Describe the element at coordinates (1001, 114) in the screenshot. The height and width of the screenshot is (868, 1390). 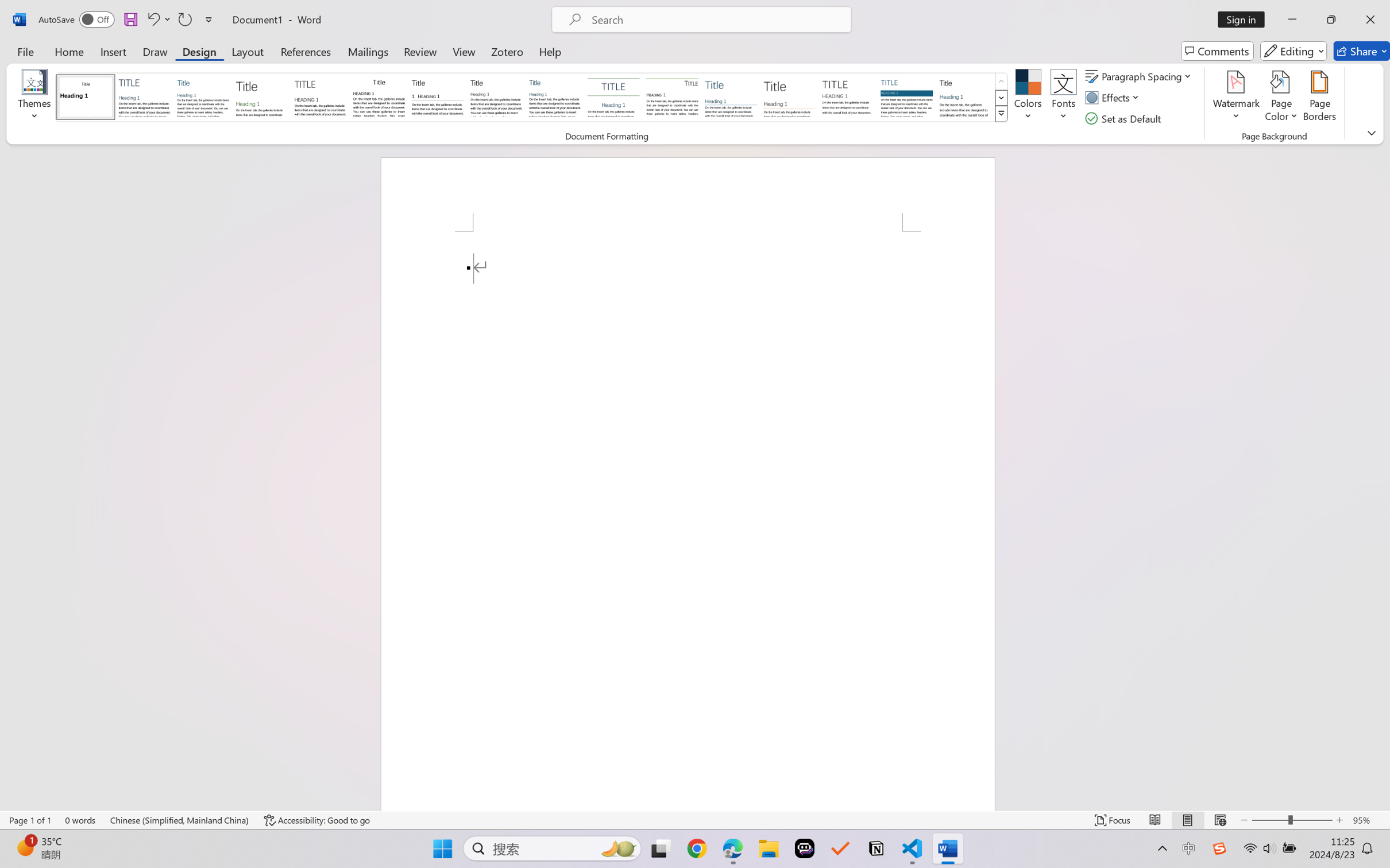
I see `'Style Set'` at that location.